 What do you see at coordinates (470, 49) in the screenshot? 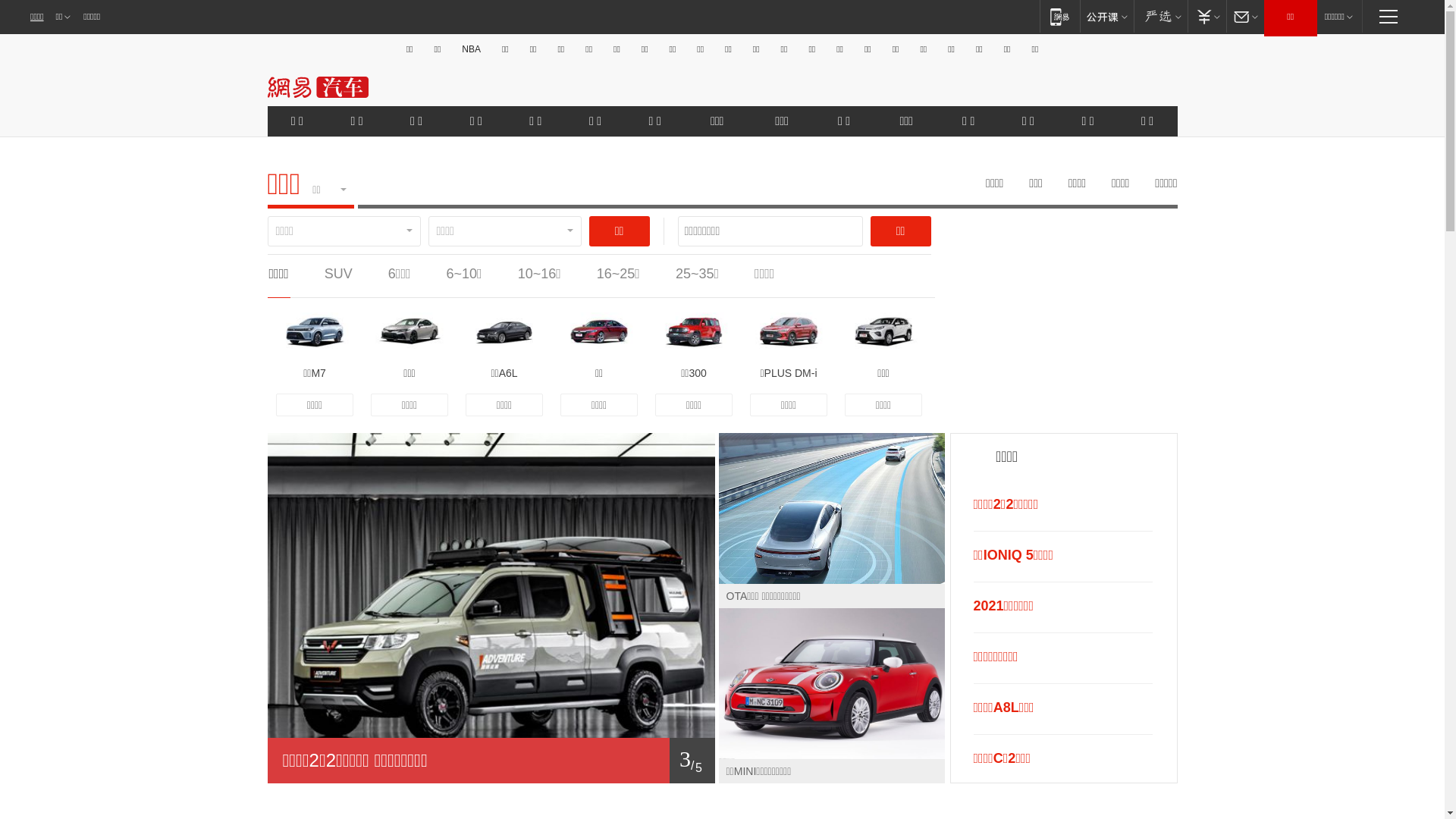
I see `'NBA'` at bounding box center [470, 49].